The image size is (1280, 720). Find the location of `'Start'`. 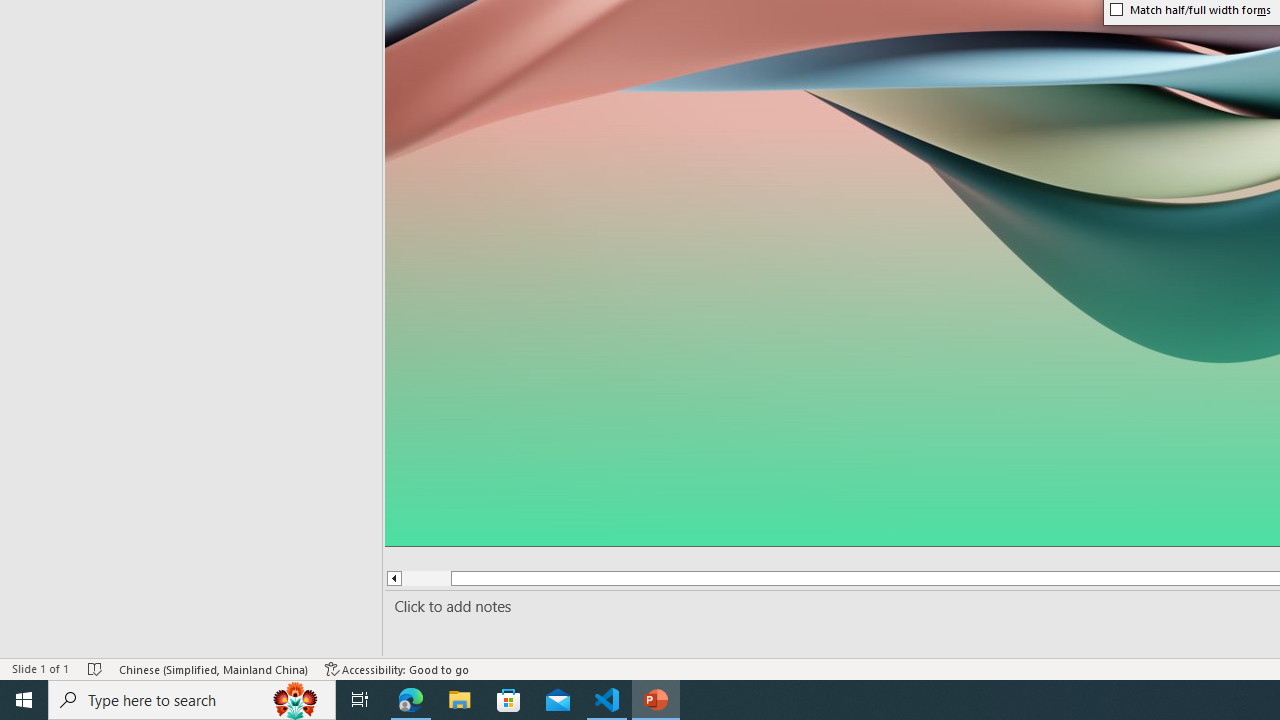

'Start' is located at coordinates (24, 698).